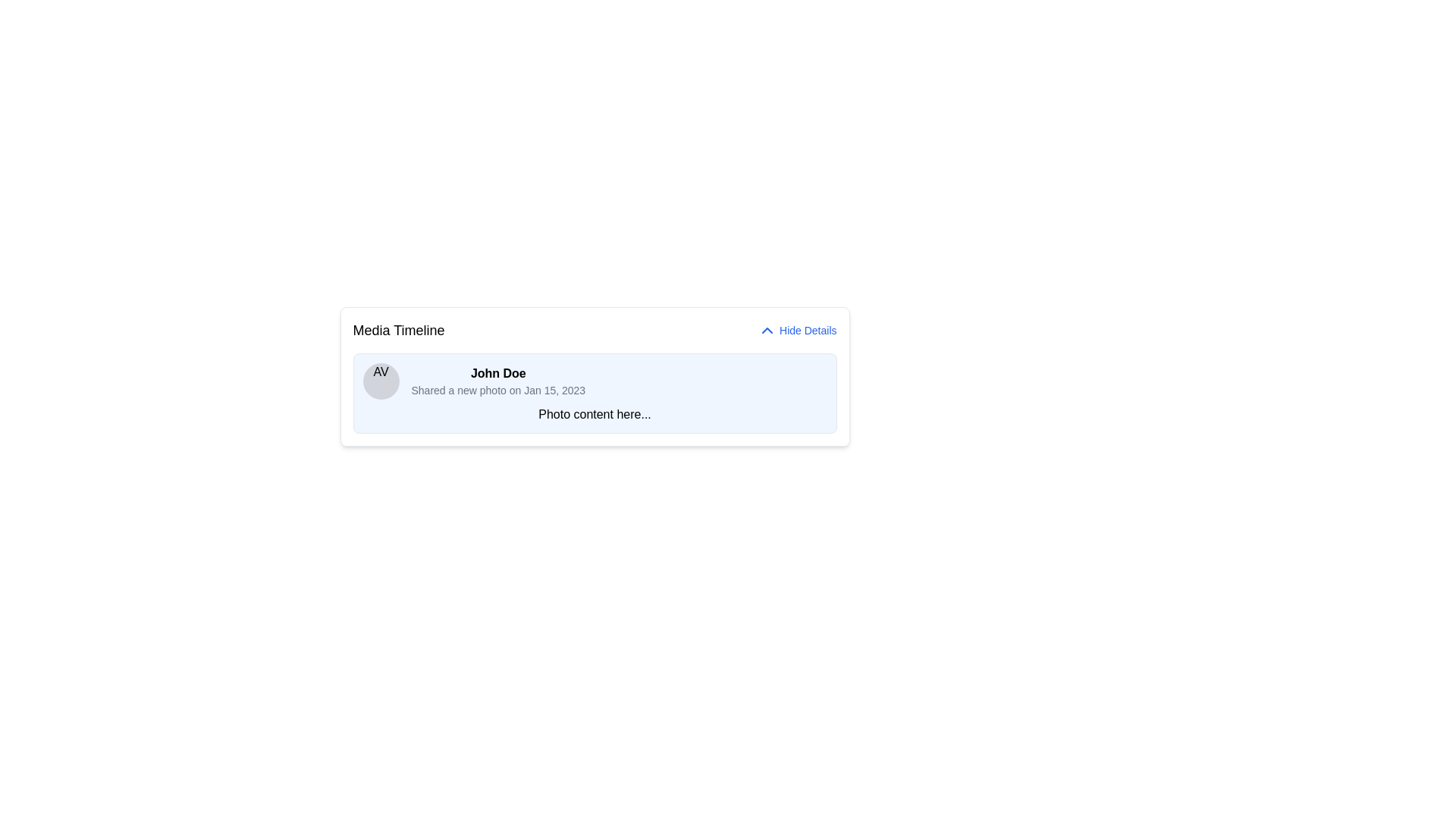 The width and height of the screenshot is (1456, 819). I want to click on the chevron-up icon located at the top-right corner of the 'Media Timeline' section, so click(767, 329).